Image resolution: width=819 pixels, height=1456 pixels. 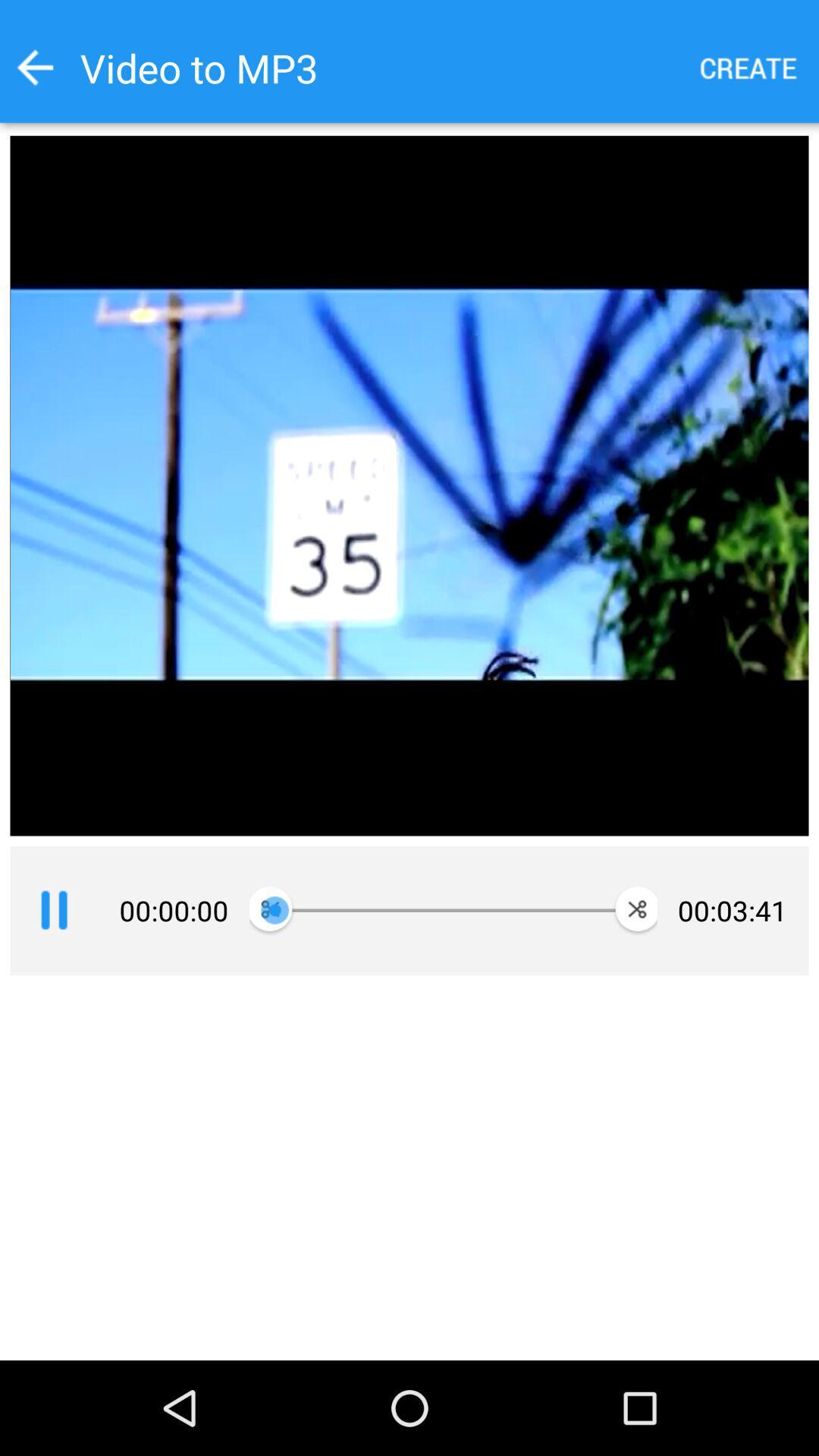 I want to click on a new option, so click(x=748, y=67).